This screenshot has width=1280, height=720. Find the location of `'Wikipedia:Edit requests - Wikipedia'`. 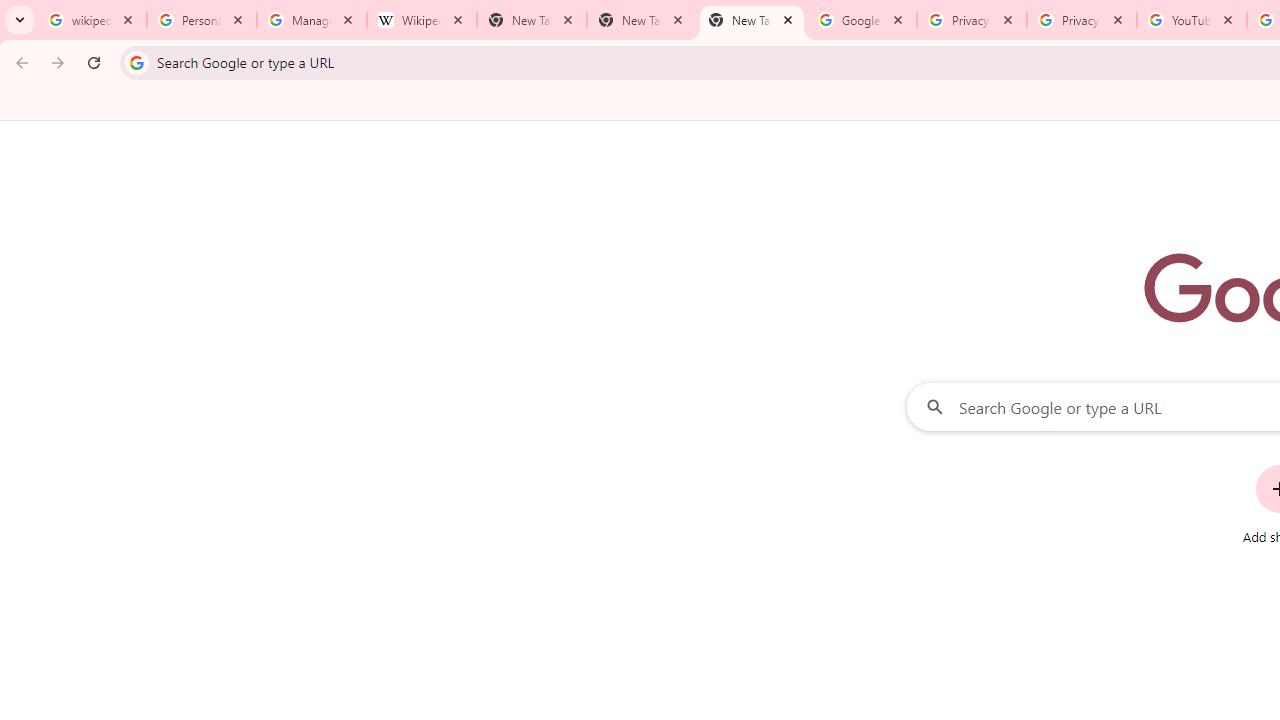

'Wikipedia:Edit requests - Wikipedia' is located at coordinates (421, 20).